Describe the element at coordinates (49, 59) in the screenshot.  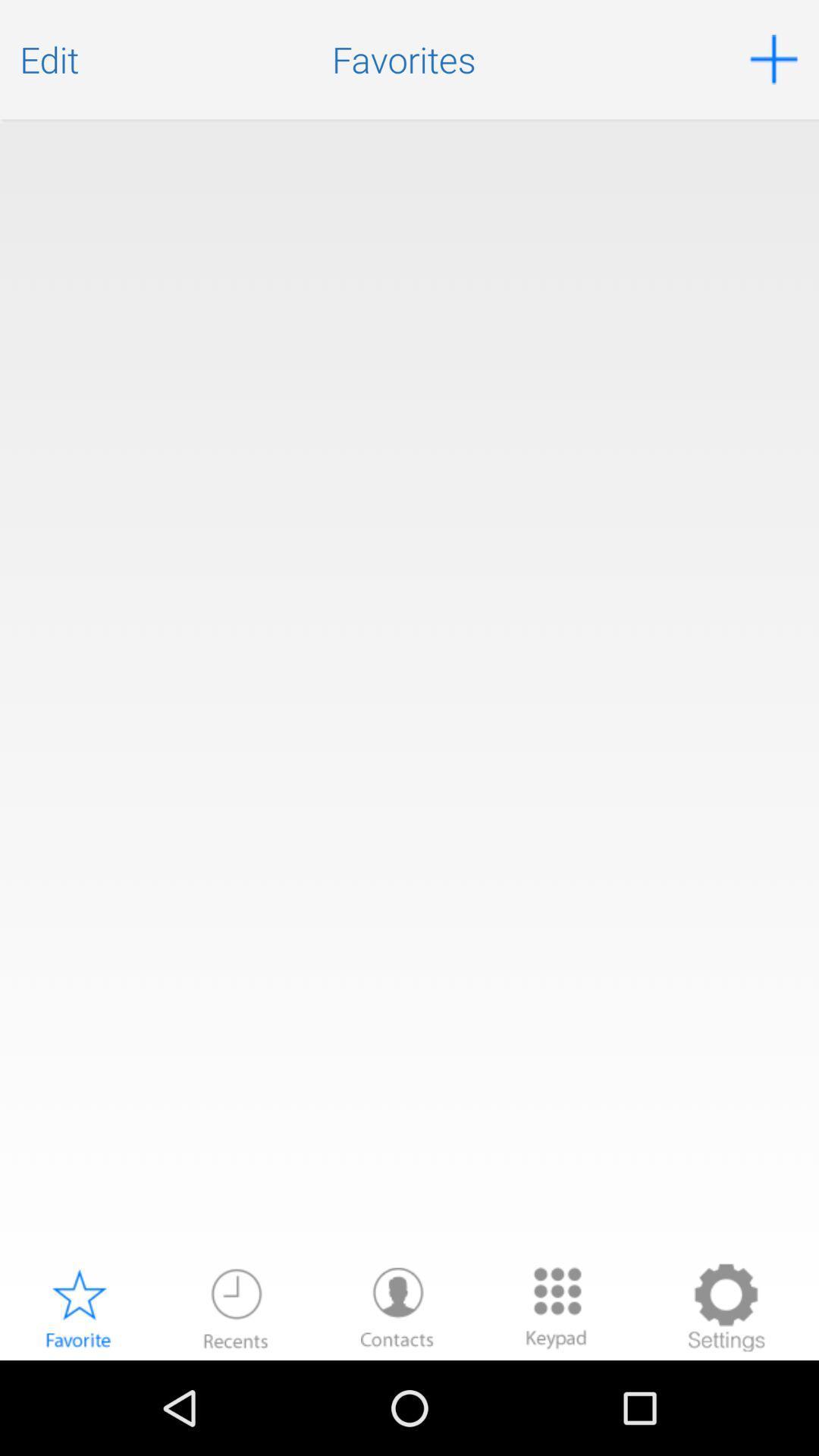
I see `the app at the top left corner` at that location.